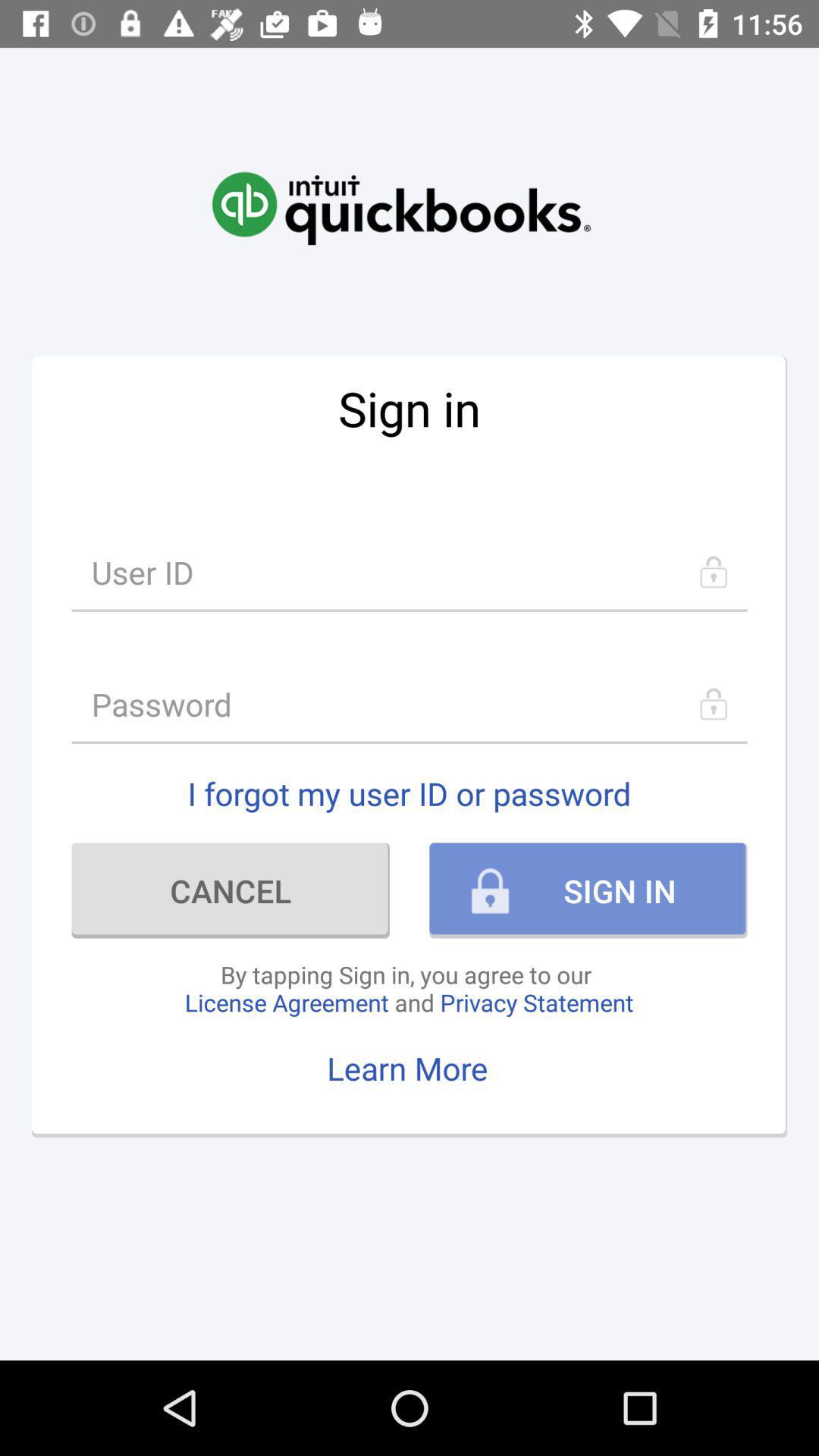  I want to click on icon above the by tapping sign, so click(231, 890).